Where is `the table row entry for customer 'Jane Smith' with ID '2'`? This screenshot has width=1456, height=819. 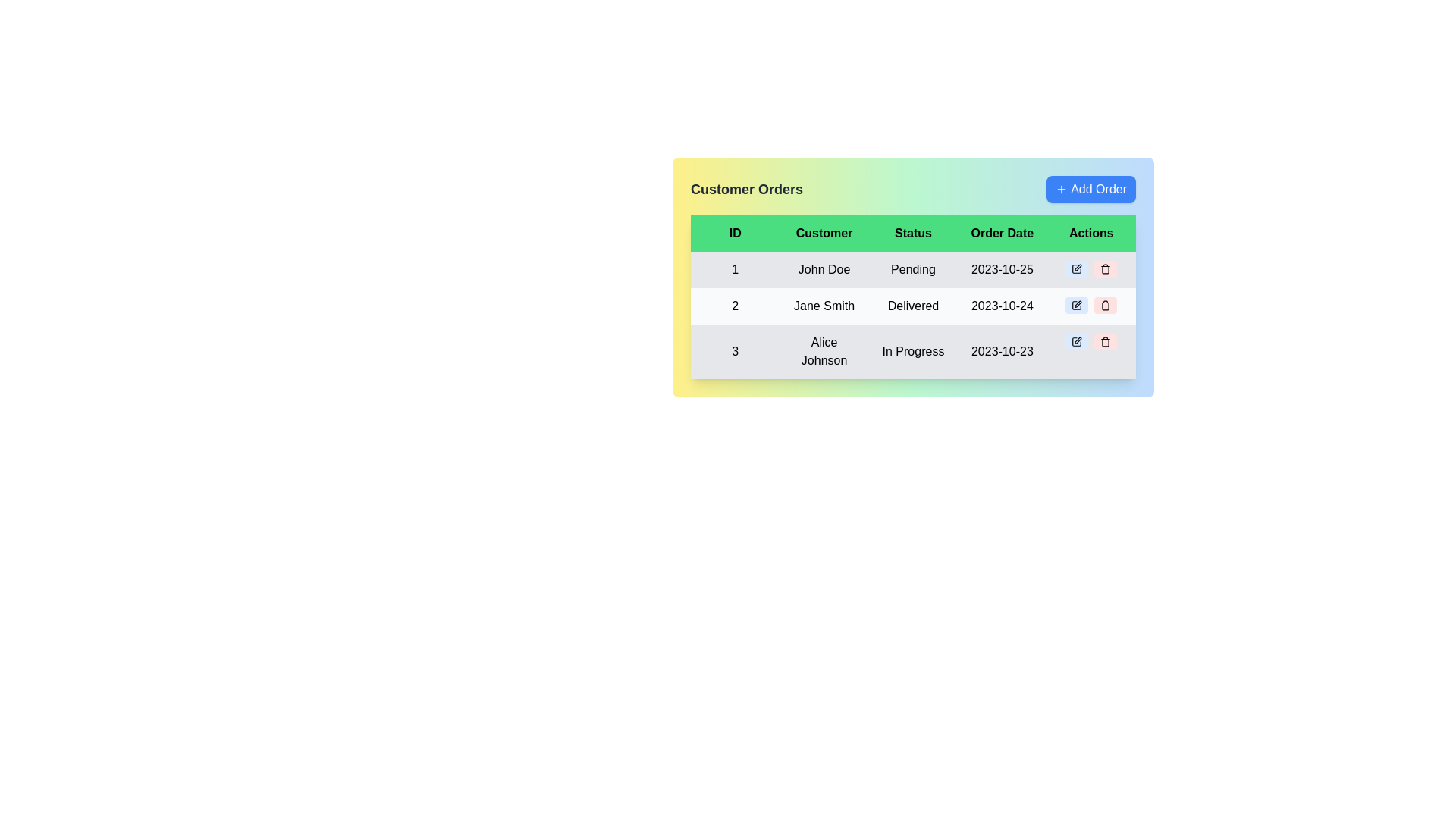
the table row entry for customer 'Jane Smith' with ID '2' is located at coordinates (912, 306).